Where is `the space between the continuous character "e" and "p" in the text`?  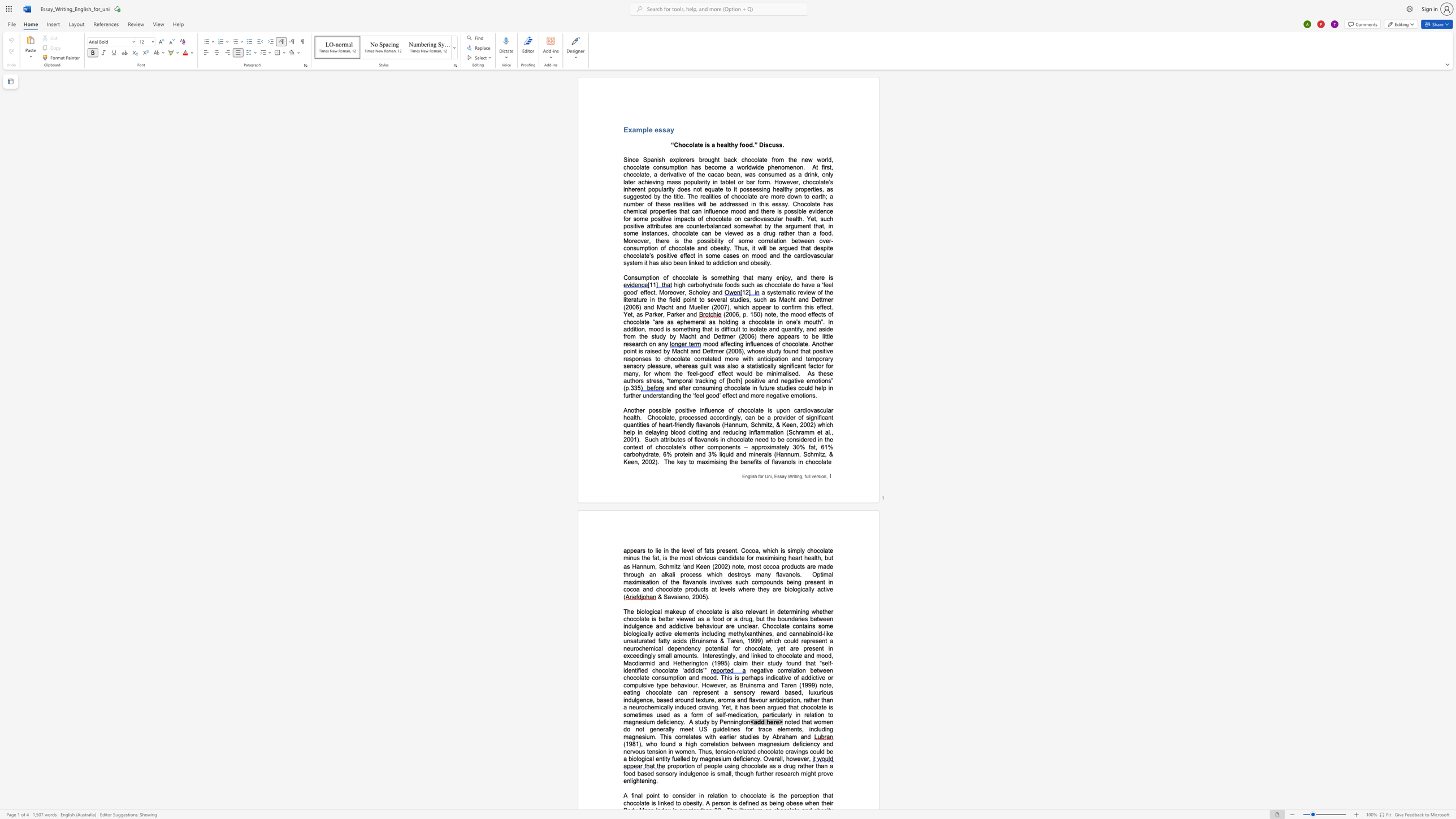 the space between the continuous character "e" and "p" in the text is located at coordinates (806, 795).